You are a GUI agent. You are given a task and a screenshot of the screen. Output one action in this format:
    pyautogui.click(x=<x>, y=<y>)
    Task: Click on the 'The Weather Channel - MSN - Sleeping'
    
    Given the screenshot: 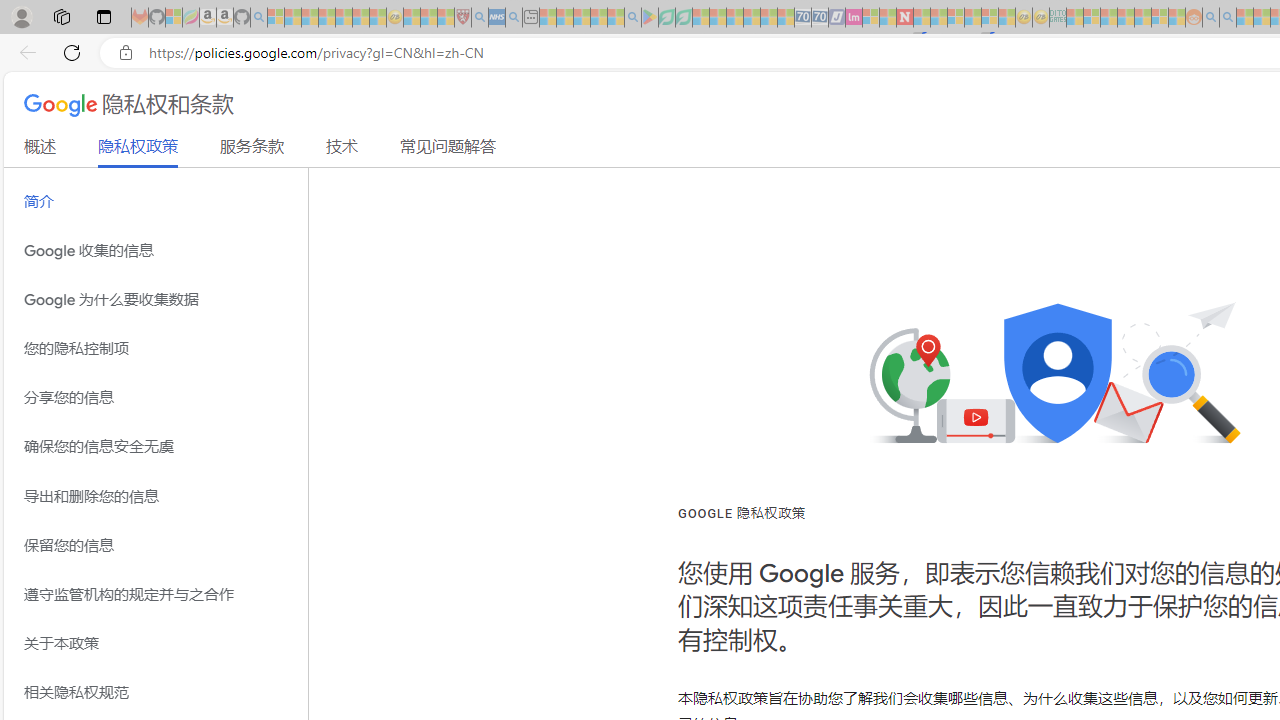 What is the action you would take?
    pyautogui.click(x=308, y=17)
    